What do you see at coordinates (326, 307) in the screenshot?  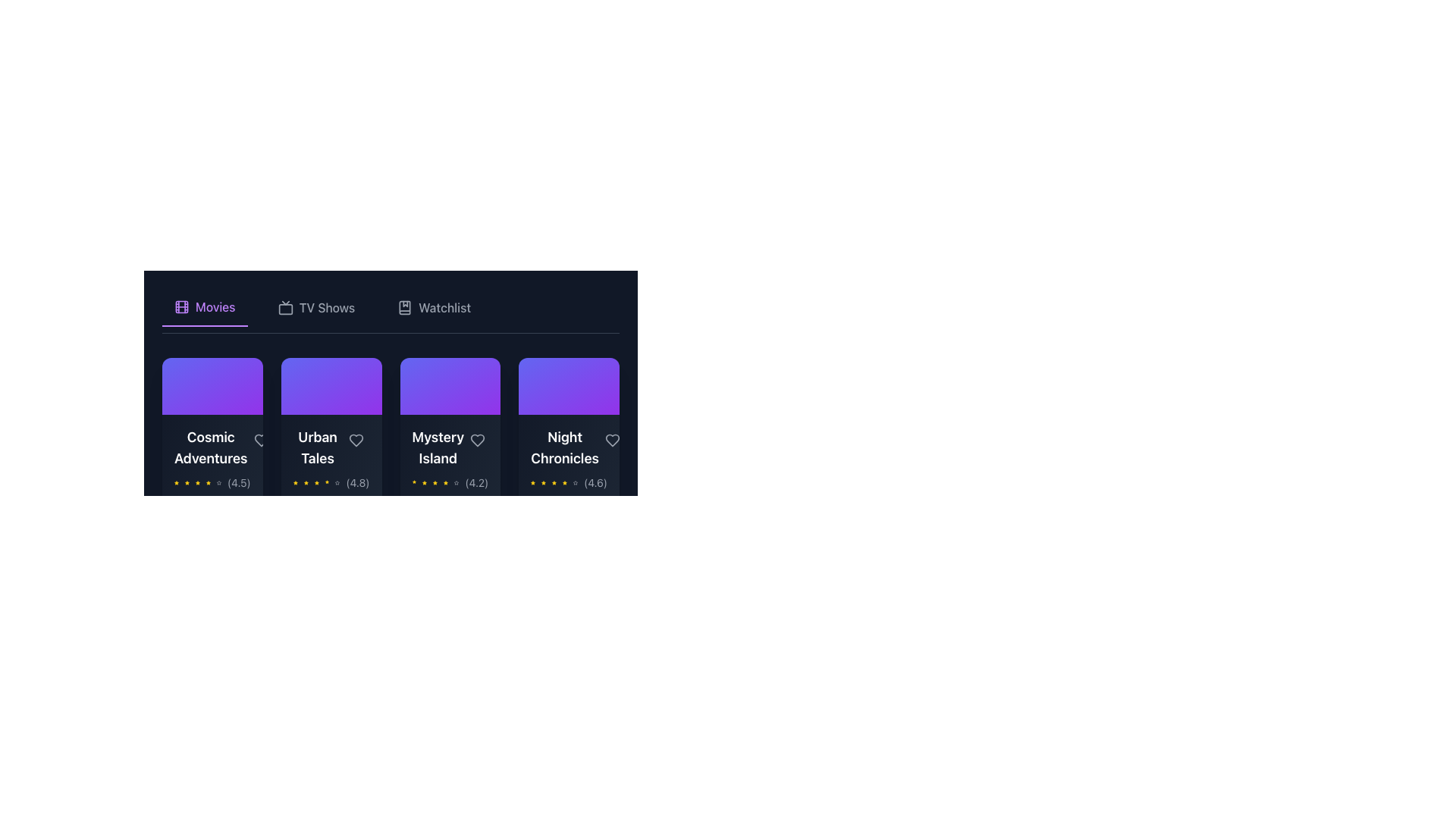 I see `the 'TV Shows' text label in the navigation bar` at bounding box center [326, 307].